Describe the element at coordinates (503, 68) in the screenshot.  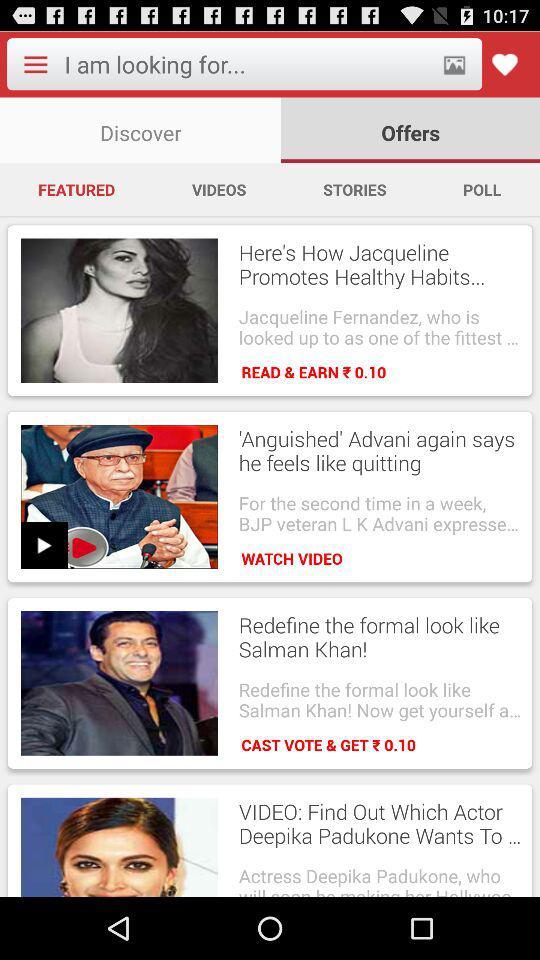
I see `the favorite icon` at that location.